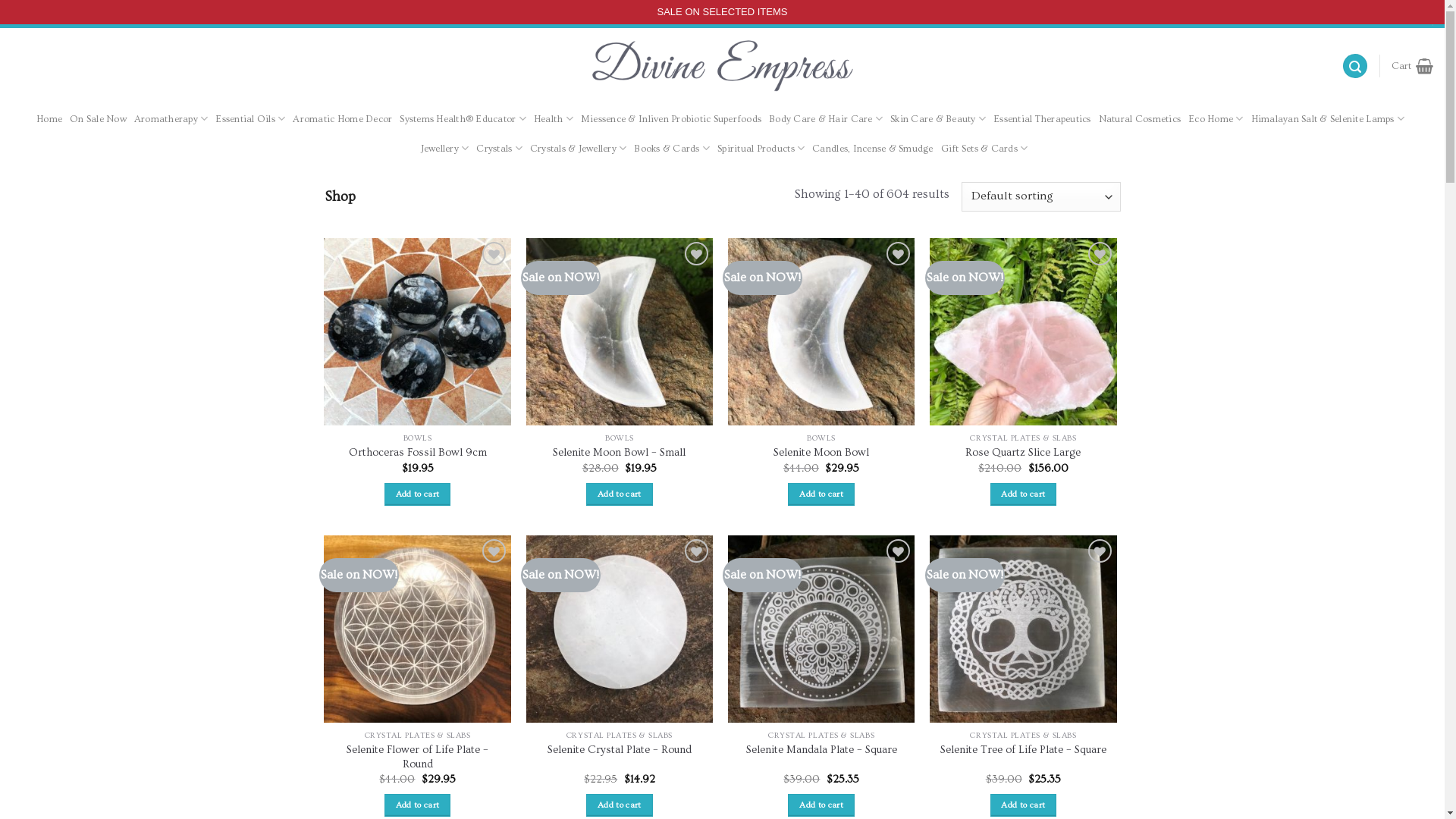 The width and height of the screenshot is (1456, 819). Describe the element at coordinates (1411, 65) in the screenshot. I see `'Cart'` at that location.